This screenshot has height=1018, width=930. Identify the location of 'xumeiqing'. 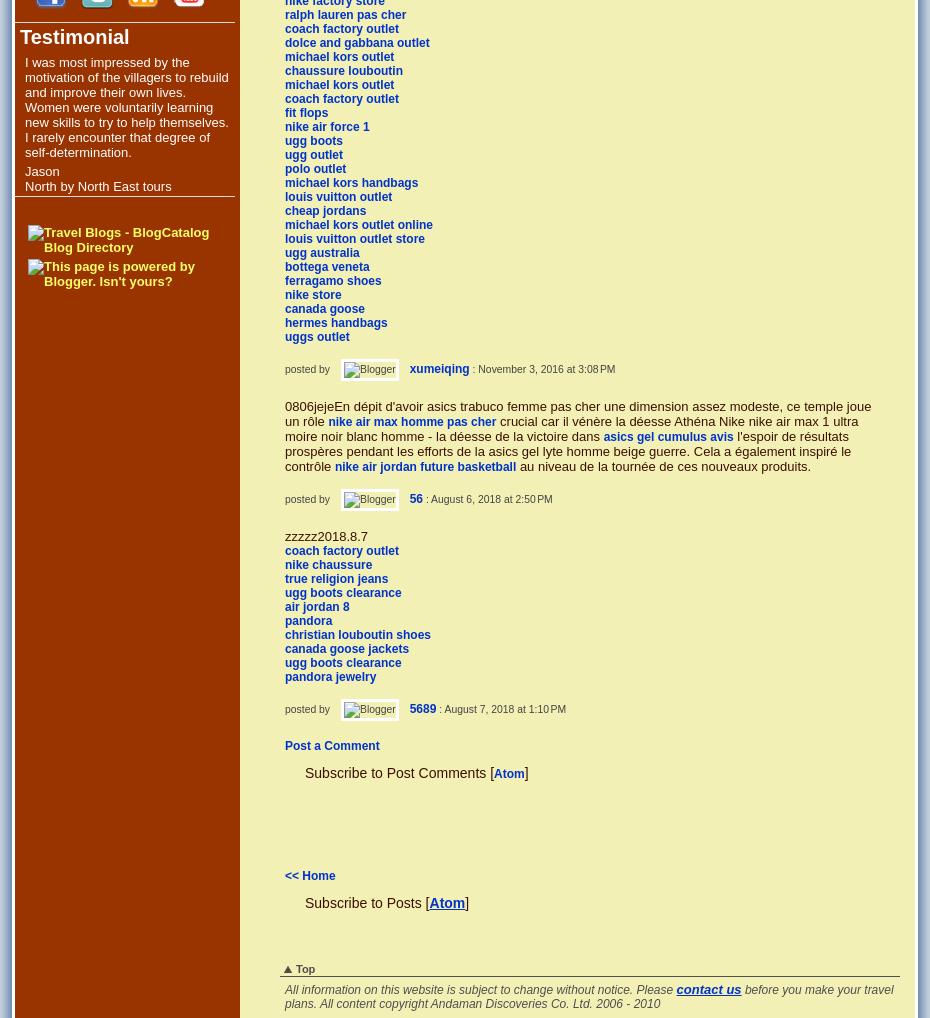
(438, 368).